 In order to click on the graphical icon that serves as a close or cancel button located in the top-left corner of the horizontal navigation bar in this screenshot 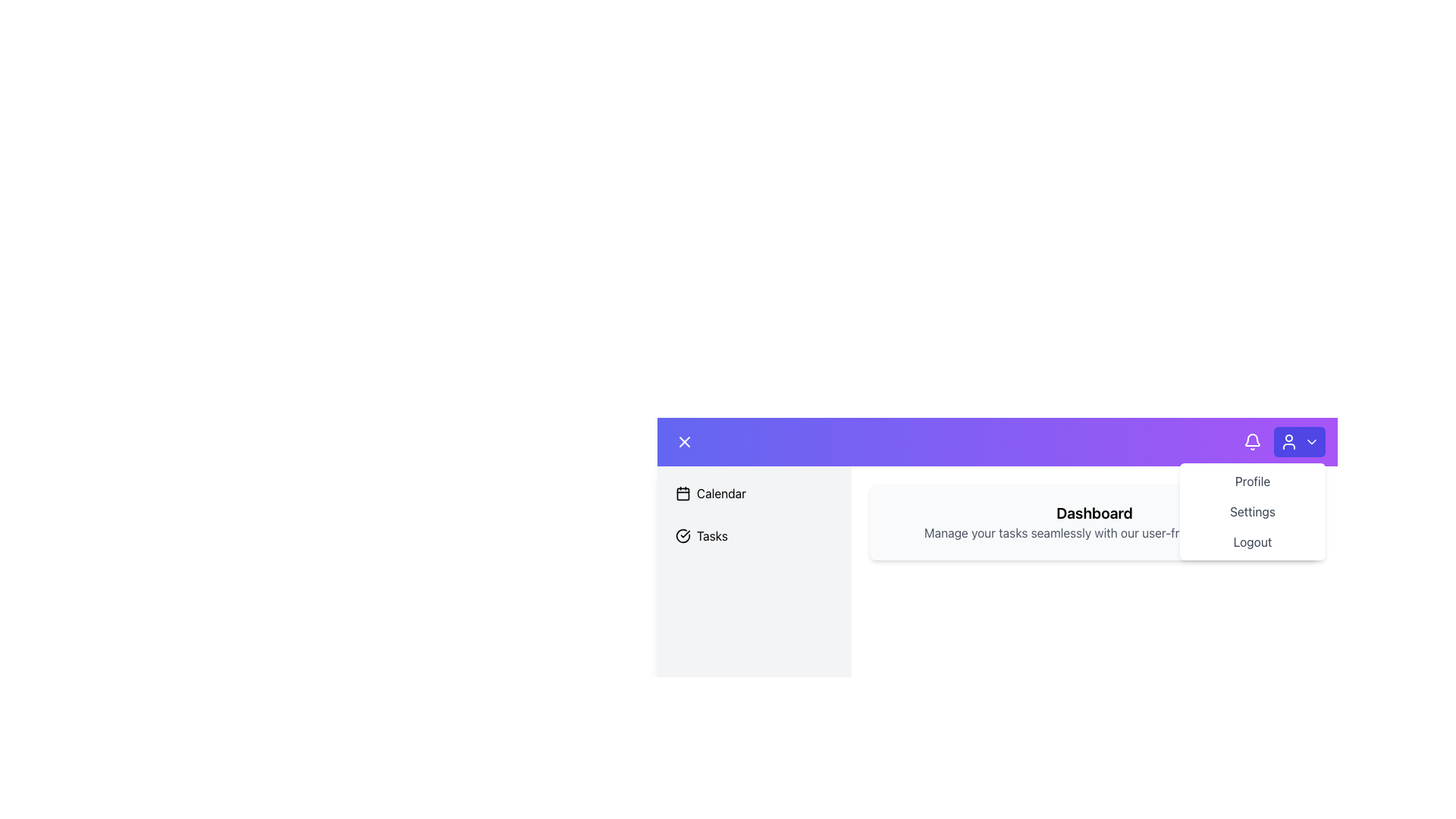, I will do `click(683, 441)`.